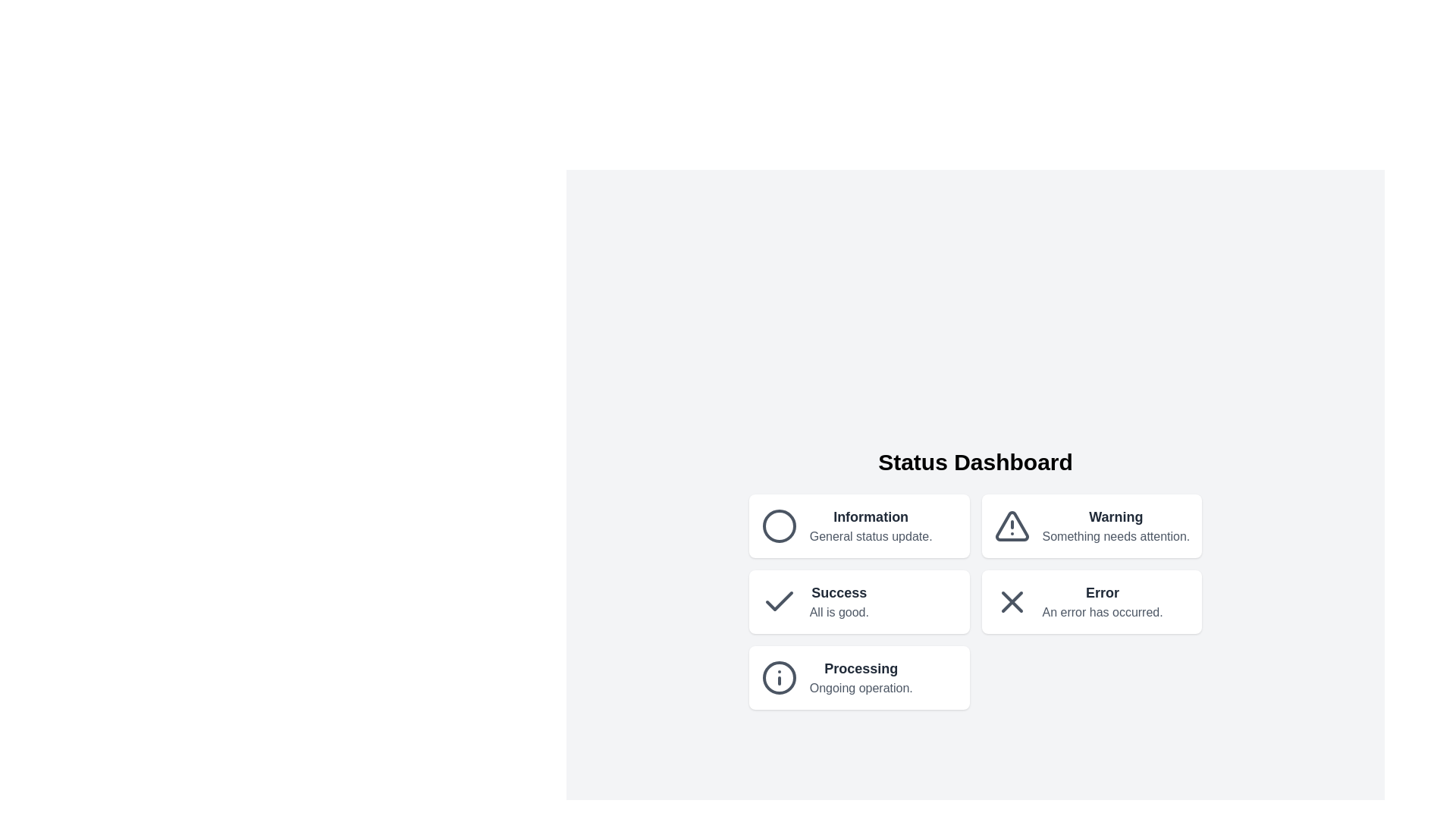 The width and height of the screenshot is (1456, 819). What do you see at coordinates (1103, 601) in the screenshot?
I see `the Text label that displays bold, black 'Error' and regular, grey 'An error has occurred.' located at the bottom right of the interface within a card layout` at bounding box center [1103, 601].